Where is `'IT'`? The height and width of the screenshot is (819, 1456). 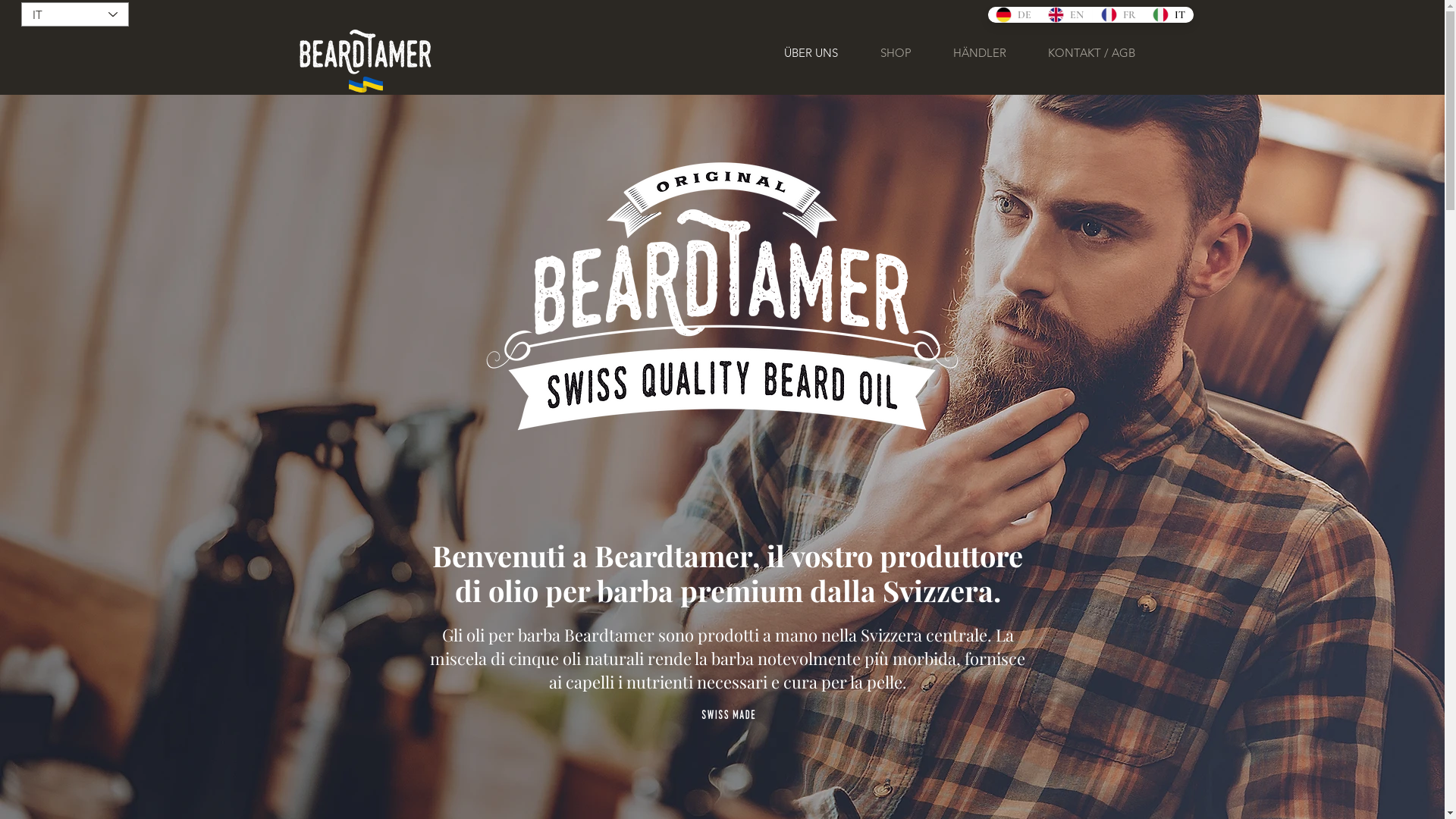
'IT' is located at coordinates (1143, 14).